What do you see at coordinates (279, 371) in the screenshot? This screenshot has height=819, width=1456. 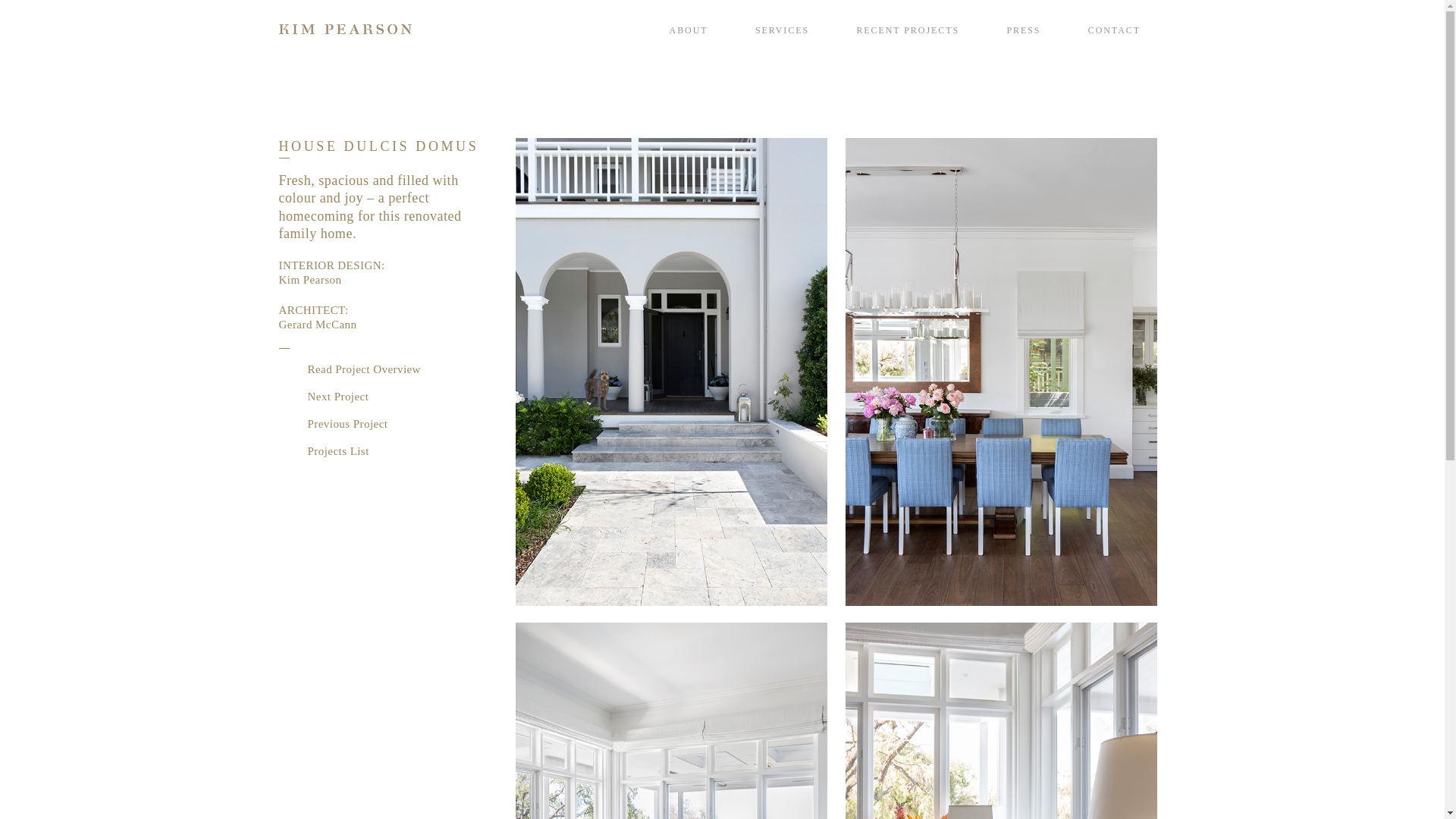 I see `'Read Project Overview'` at bounding box center [279, 371].